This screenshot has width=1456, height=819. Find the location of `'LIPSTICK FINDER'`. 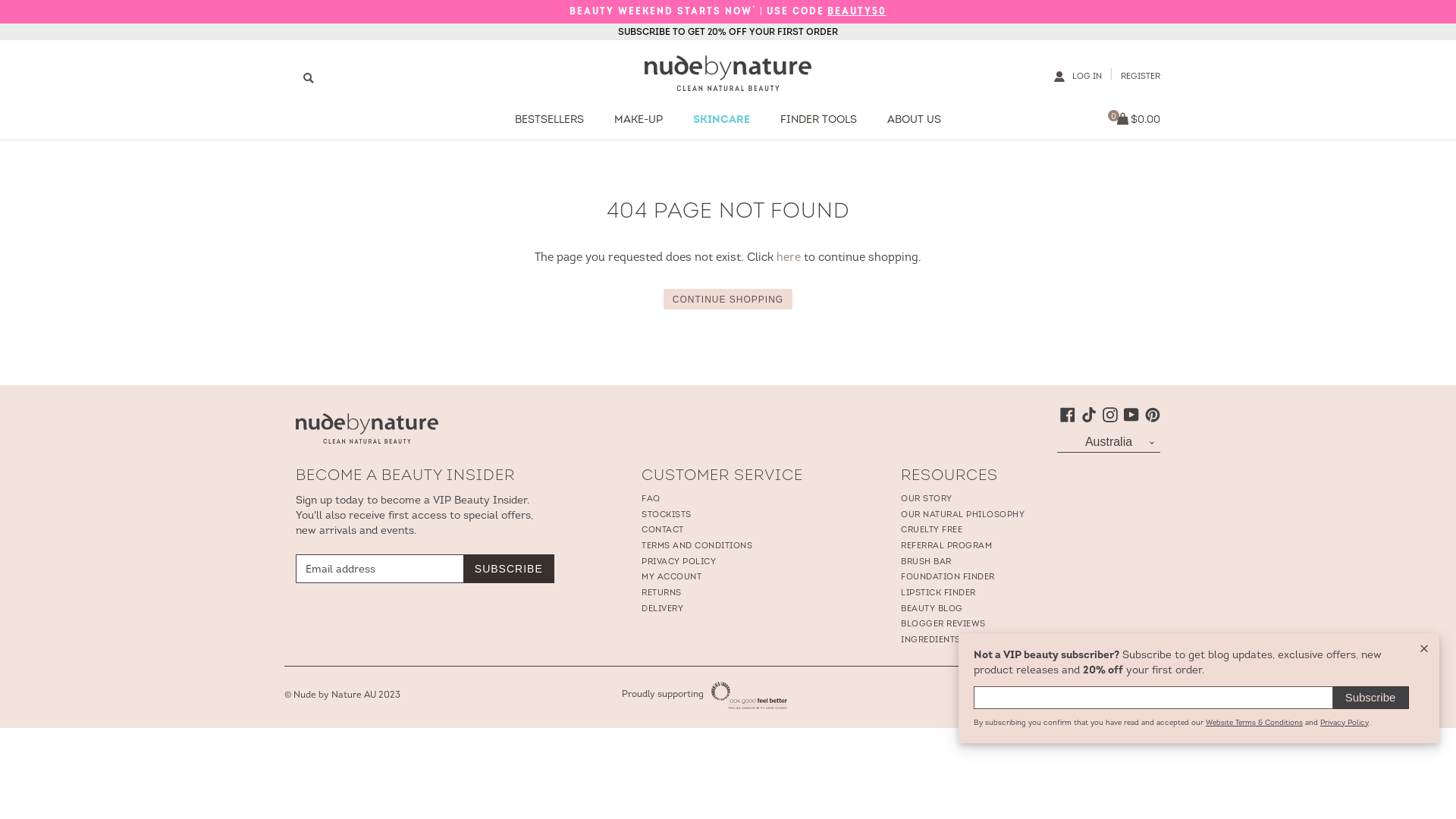

'LIPSTICK FINDER' is located at coordinates (937, 592).